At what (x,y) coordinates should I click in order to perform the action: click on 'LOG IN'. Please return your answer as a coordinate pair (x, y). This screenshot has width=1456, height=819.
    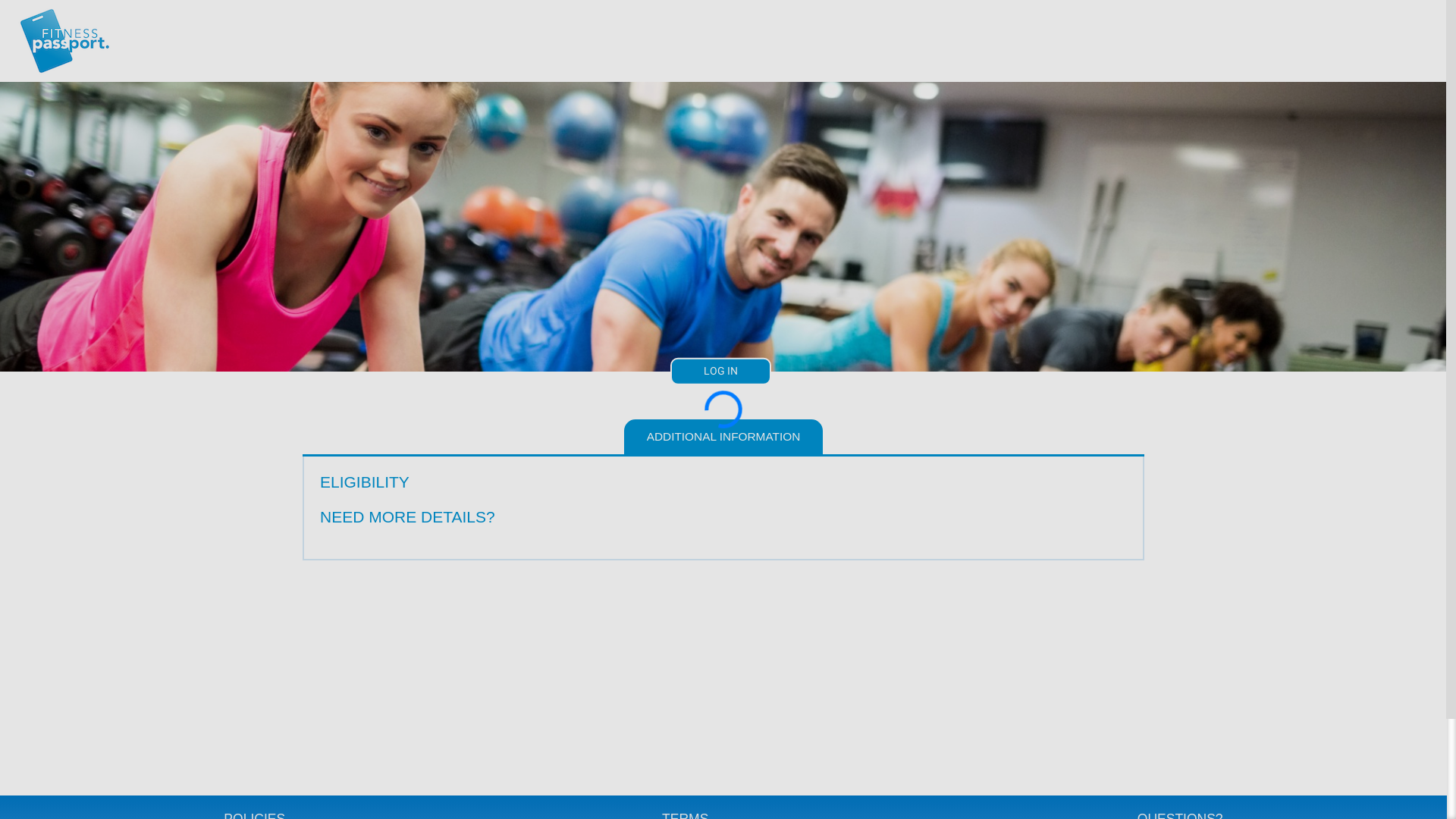
    Looking at the image, I should click on (669, 371).